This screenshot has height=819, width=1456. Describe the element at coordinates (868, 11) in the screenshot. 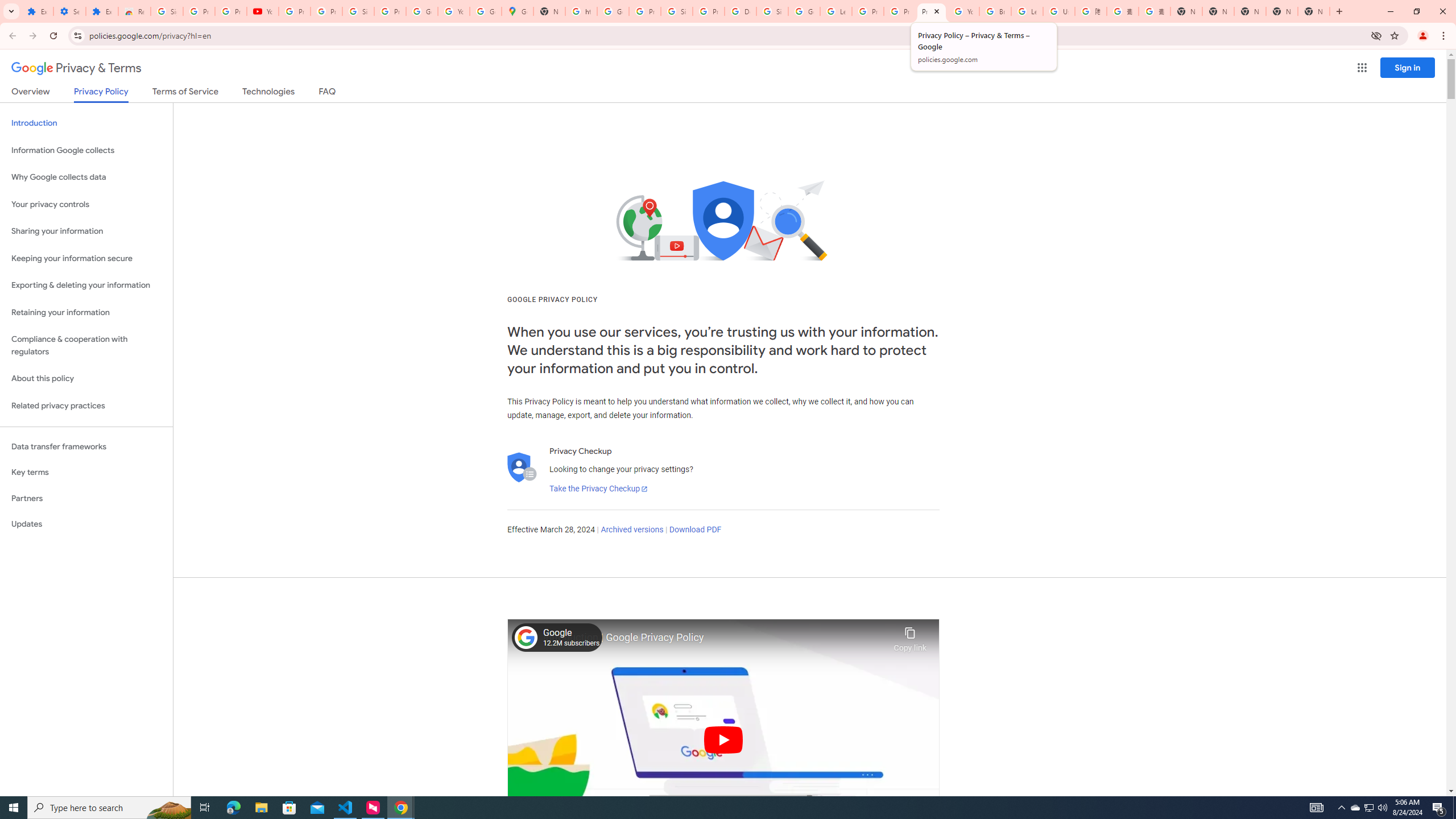

I see `'Privacy Help Center - Policies Help'` at that location.